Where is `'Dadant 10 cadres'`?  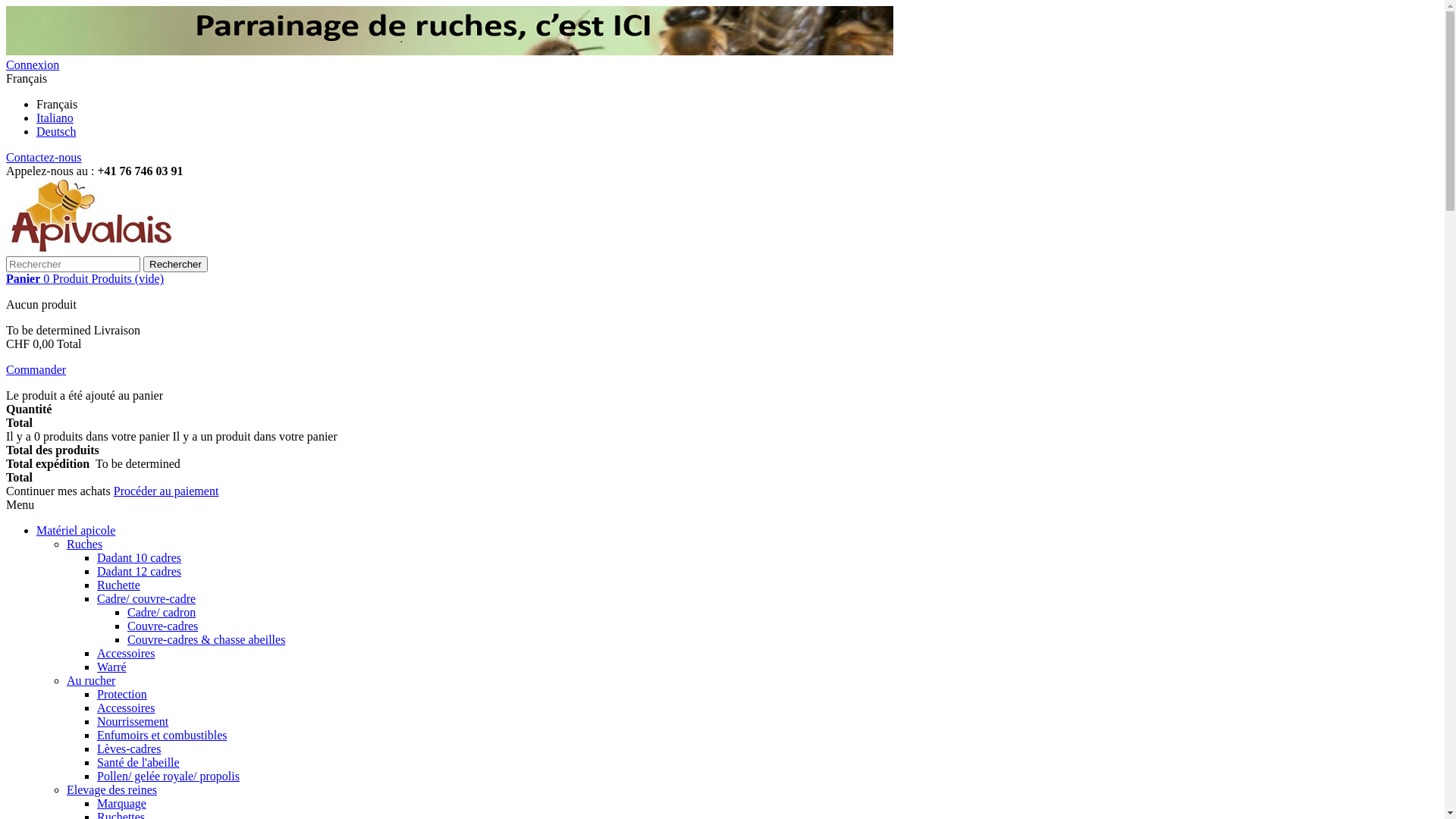
'Dadant 10 cadres' is located at coordinates (139, 557).